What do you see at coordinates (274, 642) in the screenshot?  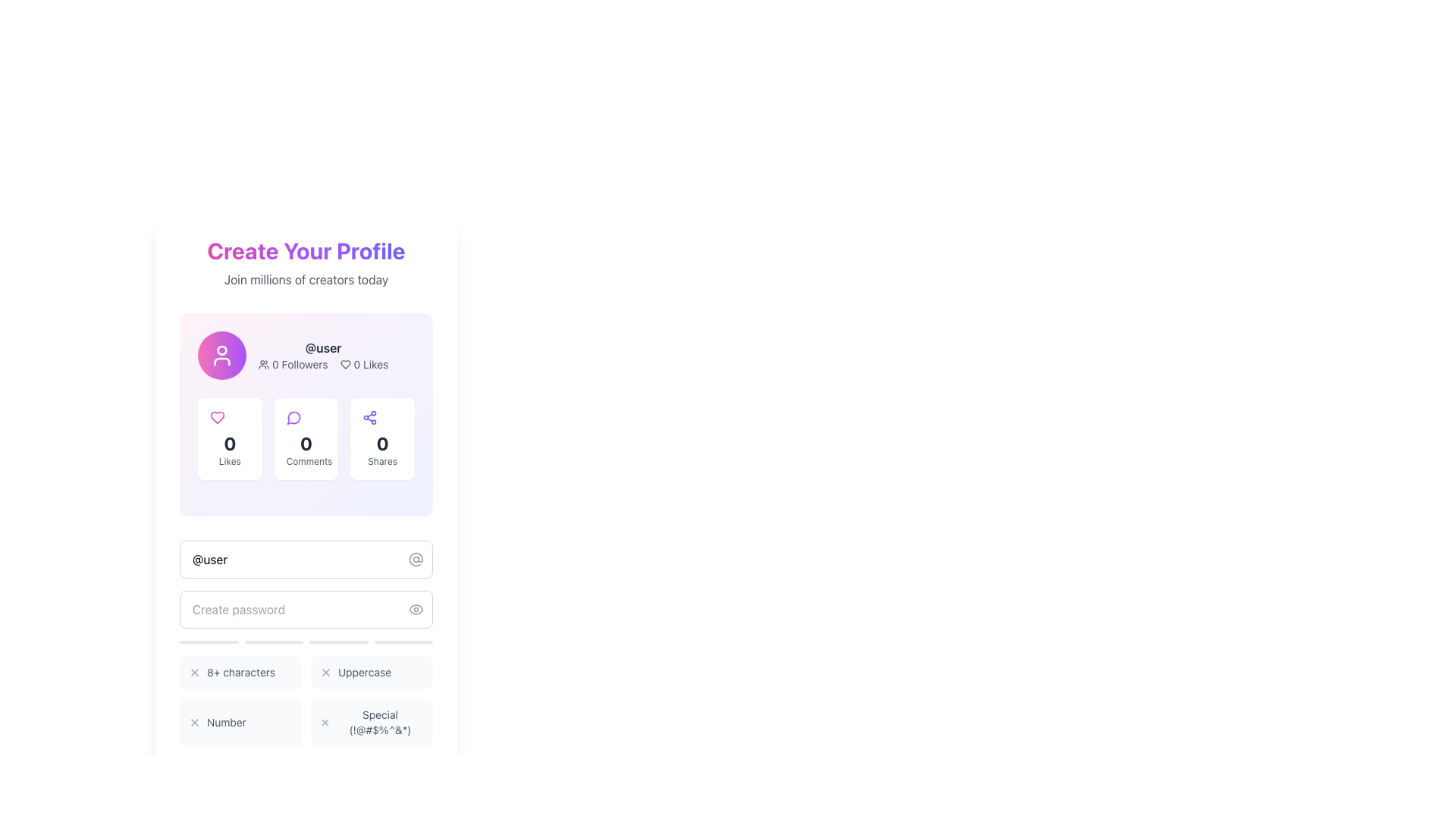 I see `the second progress bar segment in a horizontal group of four, which has a gray background and rounded ends, located near the bottom of the interface` at bounding box center [274, 642].